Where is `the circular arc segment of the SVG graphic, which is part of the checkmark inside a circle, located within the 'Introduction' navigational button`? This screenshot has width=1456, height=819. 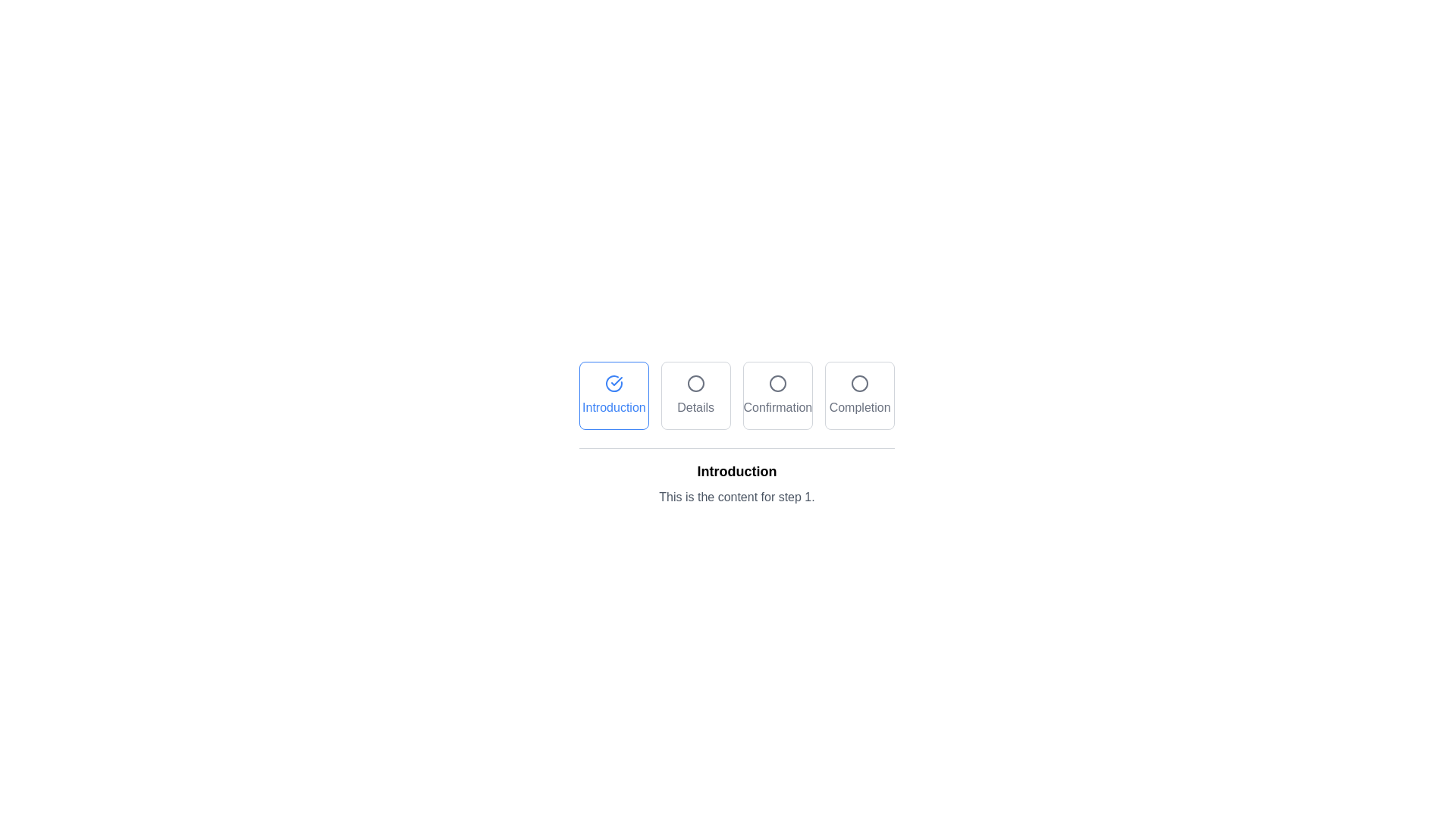
the circular arc segment of the SVG graphic, which is part of the checkmark inside a circle, located within the 'Introduction' navigational button is located at coordinates (613, 382).